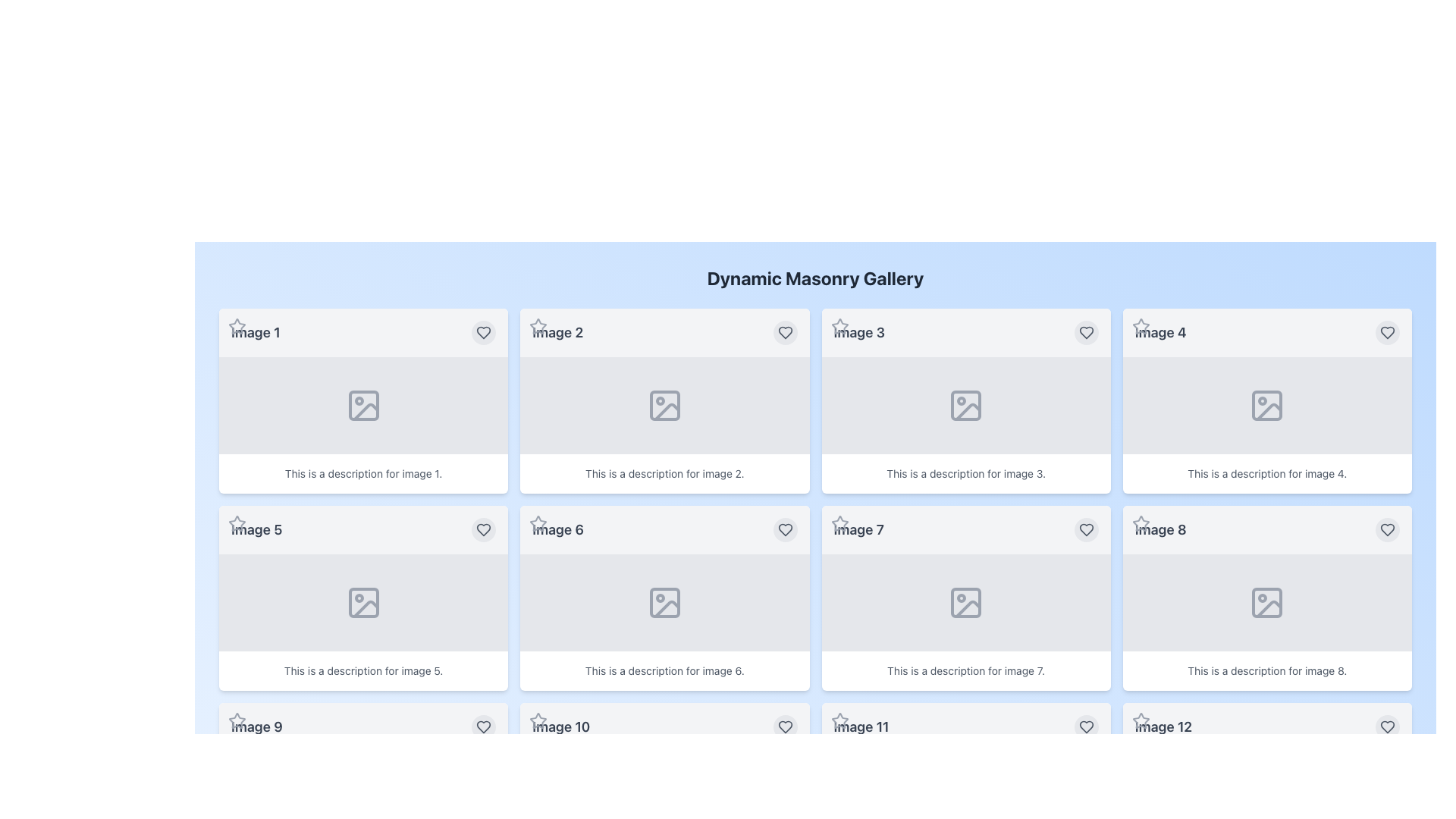  What do you see at coordinates (1140, 719) in the screenshot?
I see `the decorative star icon located in the bottom-right cell of the grid layout to interact with it, if enabled` at bounding box center [1140, 719].